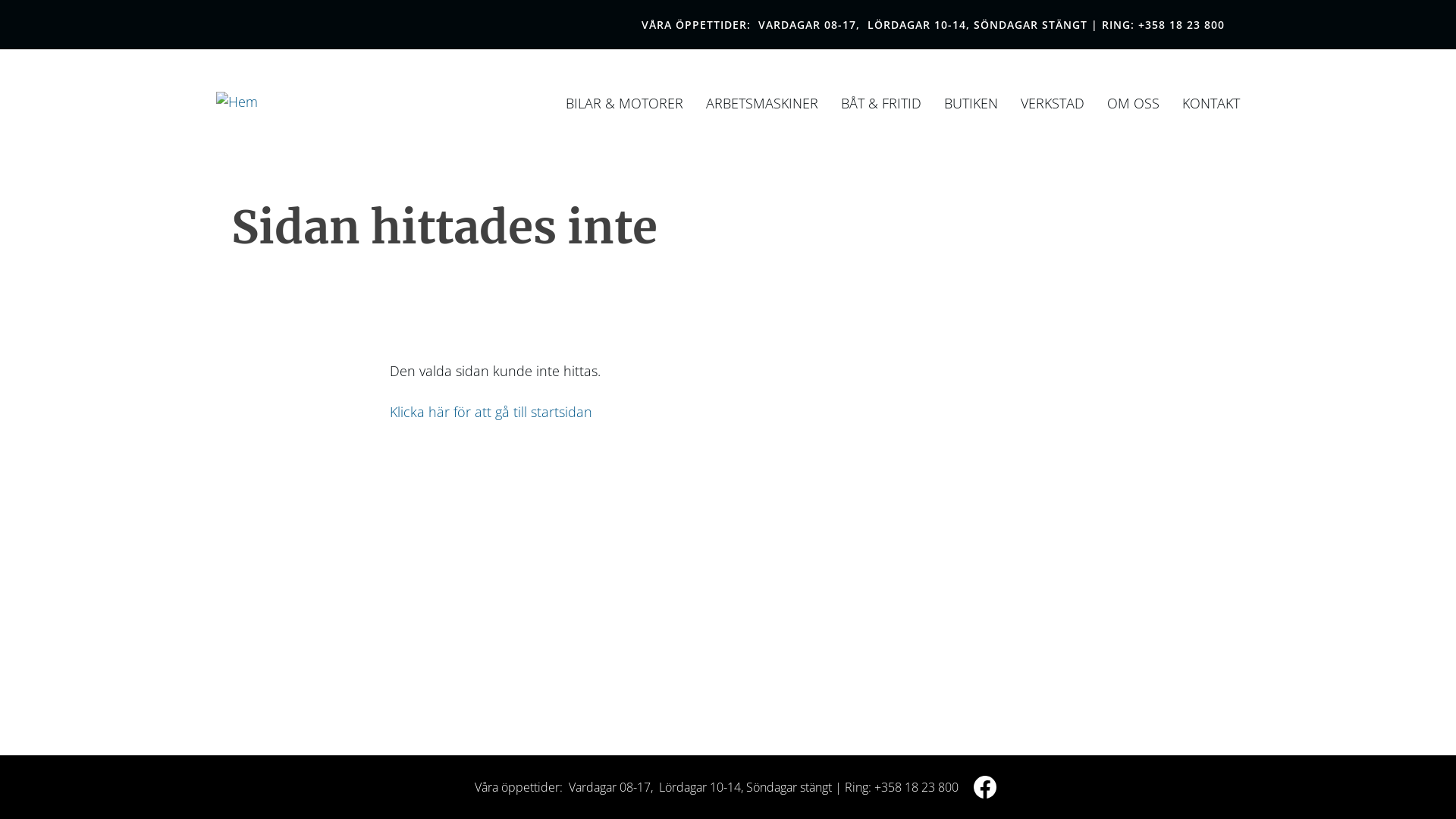 This screenshot has width=1456, height=819. I want to click on 'OM OSS', so click(1133, 102).